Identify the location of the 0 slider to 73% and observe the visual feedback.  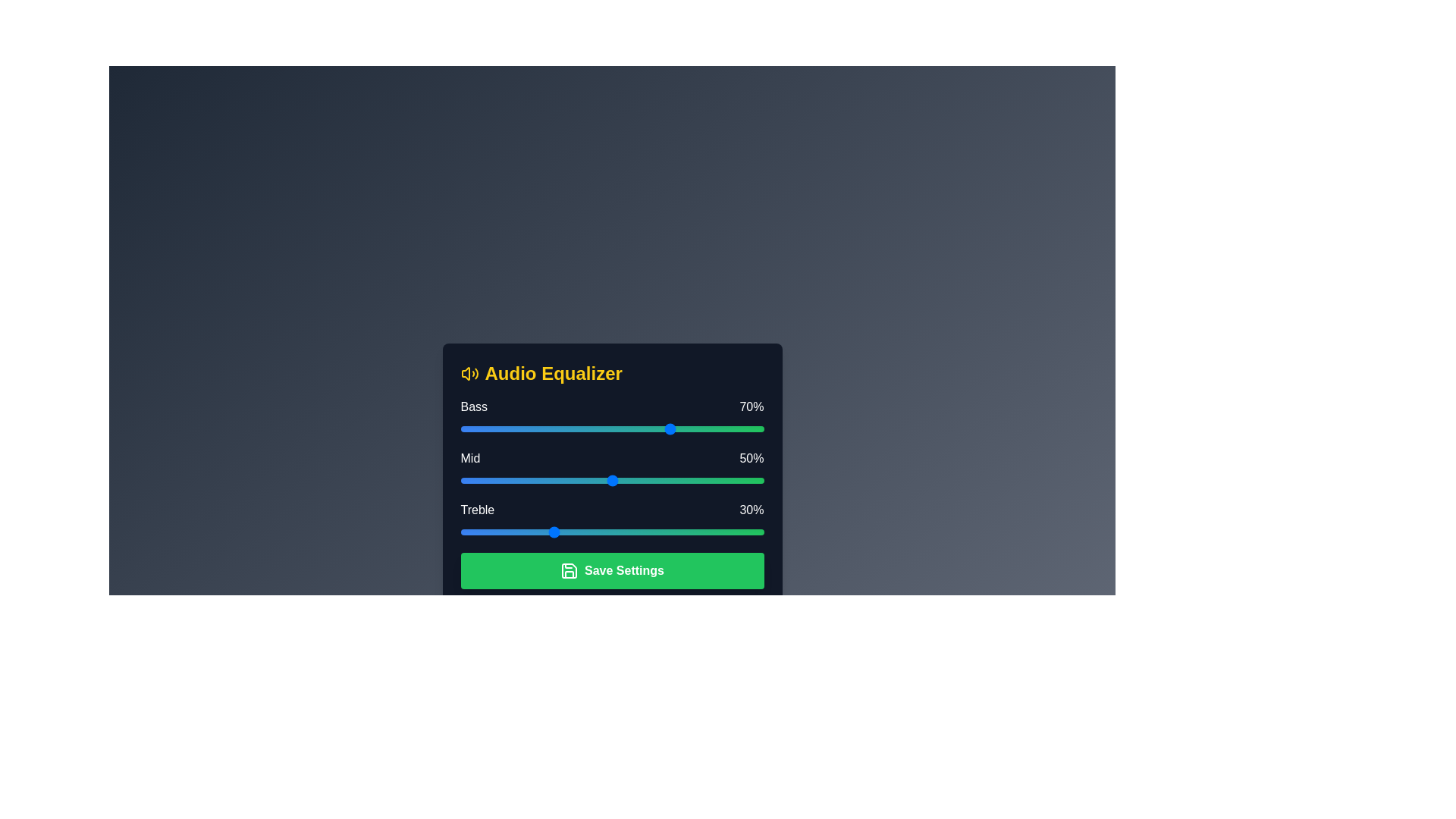
(681, 429).